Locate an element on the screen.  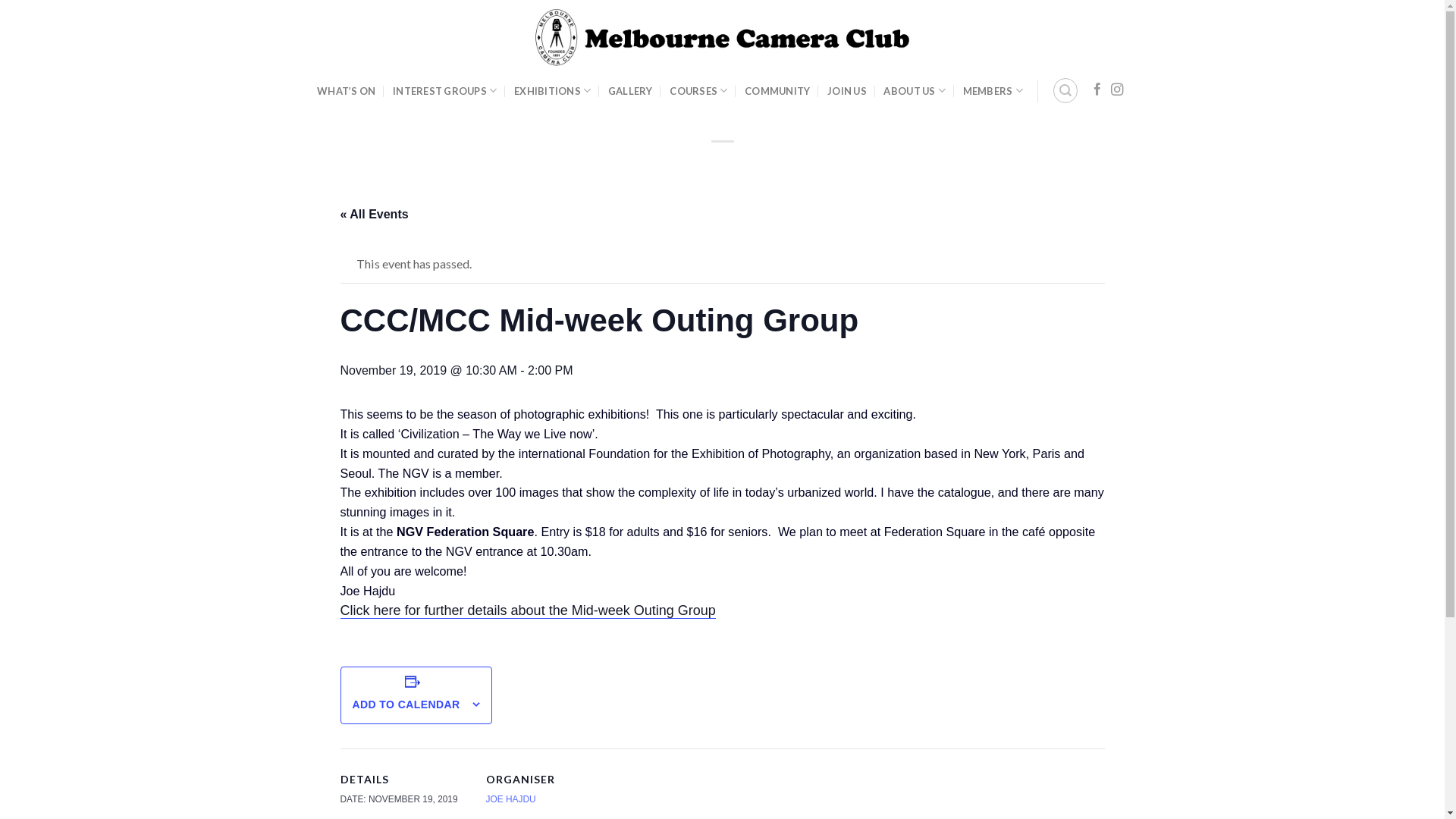
'GALLERY' is located at coordinates (630, 90).